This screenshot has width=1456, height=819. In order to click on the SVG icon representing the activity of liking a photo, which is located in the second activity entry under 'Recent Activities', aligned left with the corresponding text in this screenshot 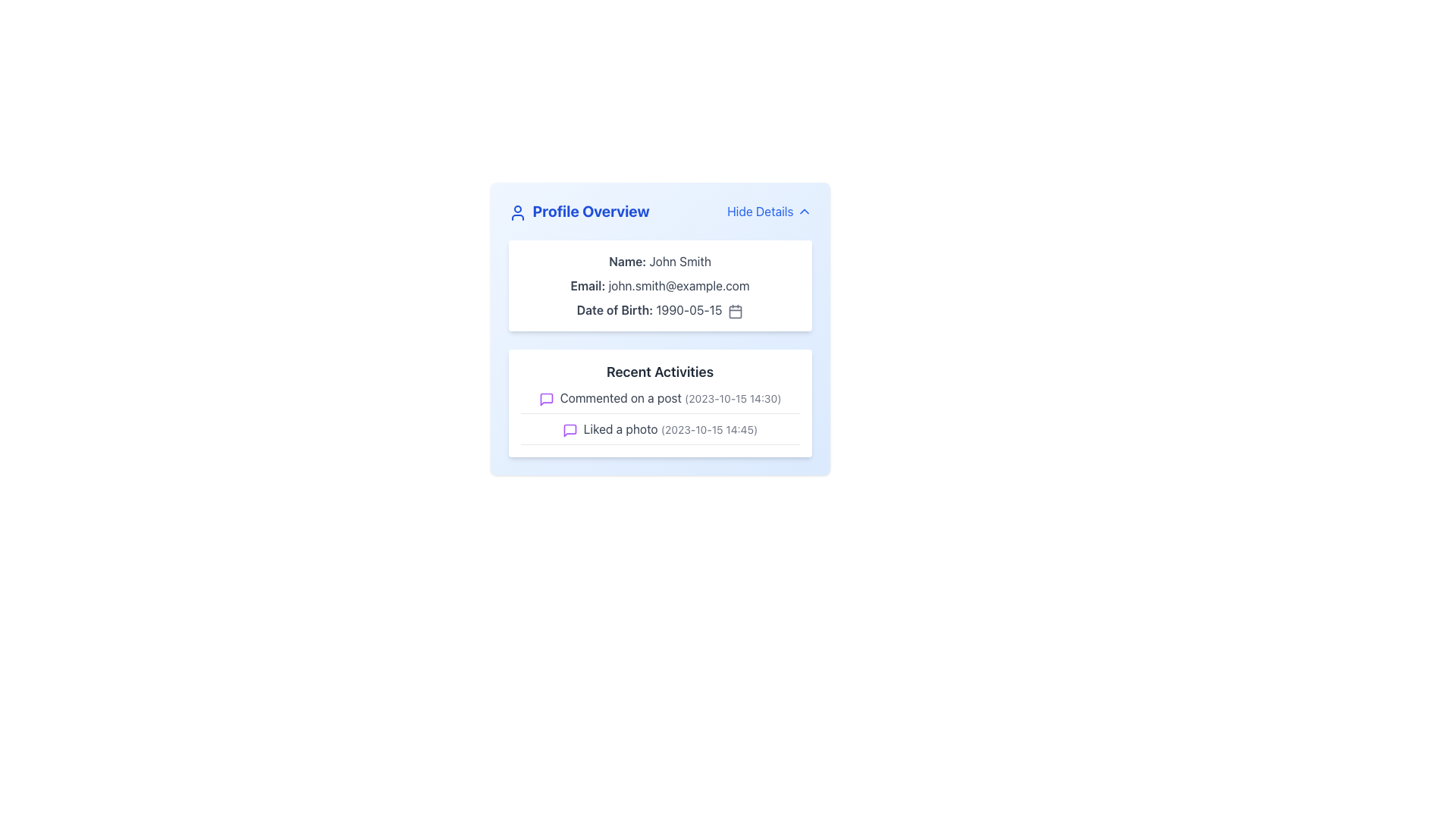, I will do `click(569, 430)`.